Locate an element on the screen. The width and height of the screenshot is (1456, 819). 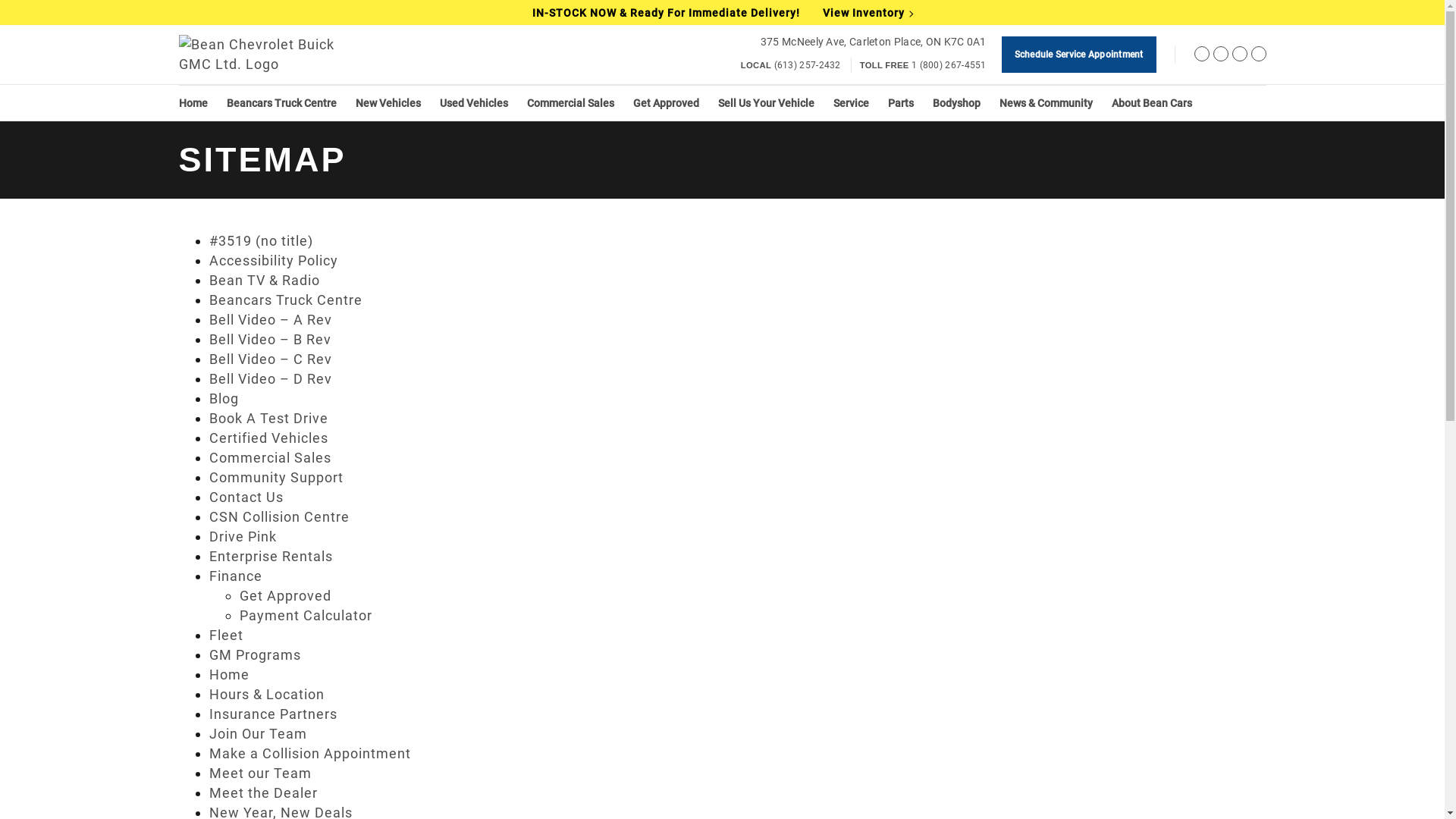
'https://www.instagram.com/beanchevbuickgmc/' is located at coordinates (1238, 55).